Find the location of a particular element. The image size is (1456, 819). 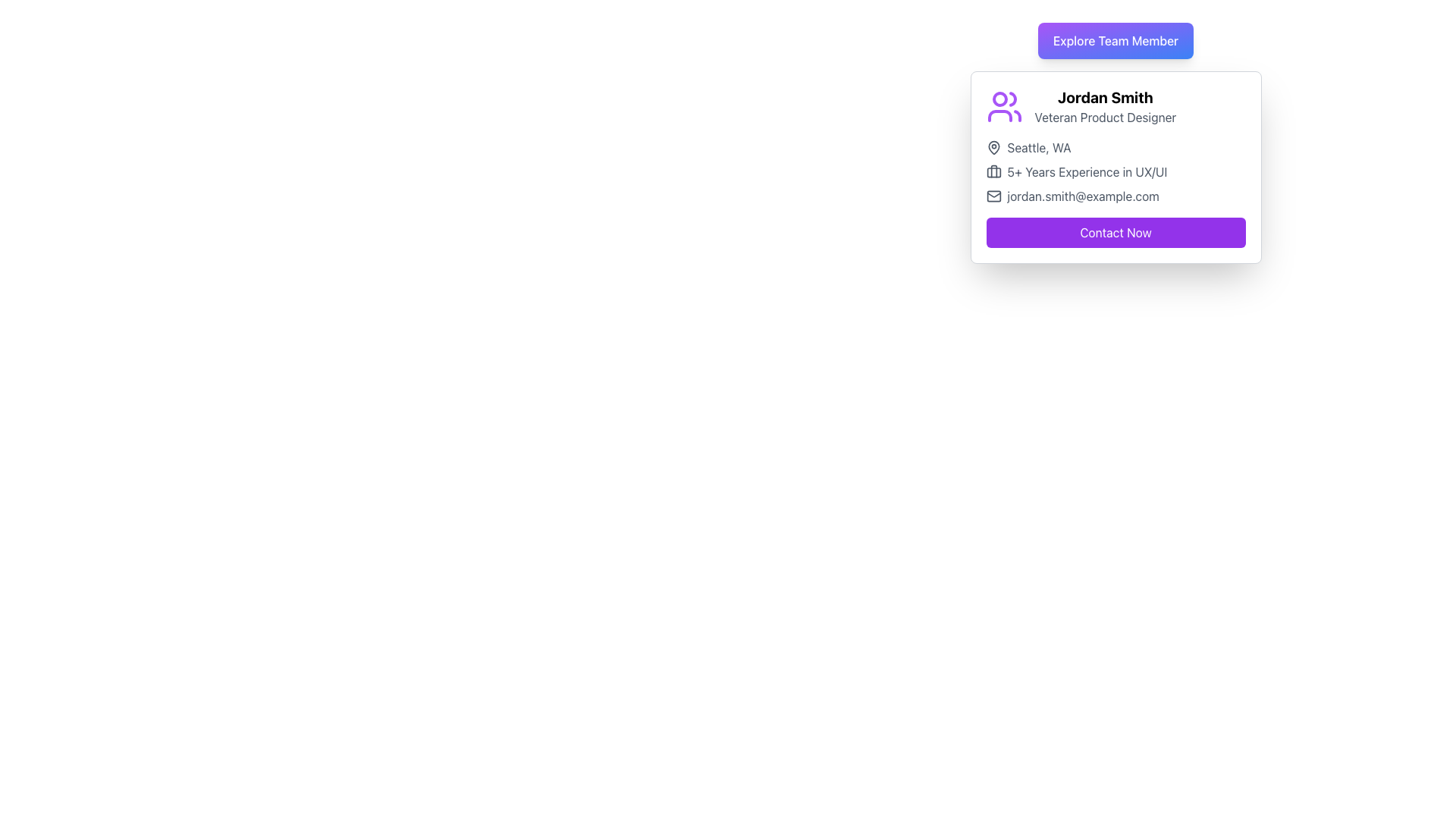

the Text Label displaying the email address, which is located below 'Seattle, WA' and '5+ Years Experience in UX/UI', and is aligned with an envelope icon to its left is located at coordinates (1116, 195).